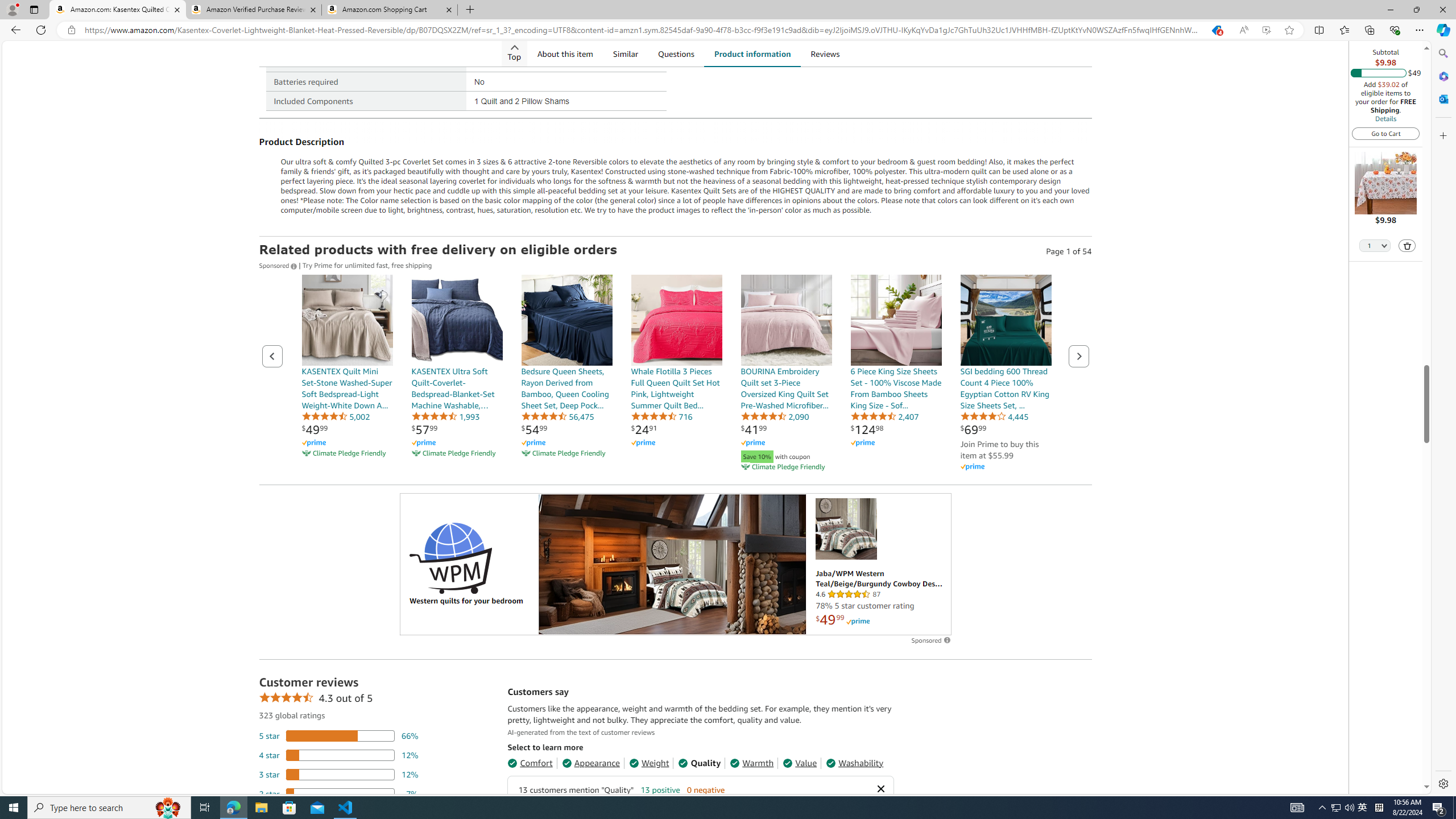 This screenshot has width=1456, height=819. Describe the element at coordinates (338, 793) in the screenshot. I see `'7 percent of reviews have 2 stars'` at that location.